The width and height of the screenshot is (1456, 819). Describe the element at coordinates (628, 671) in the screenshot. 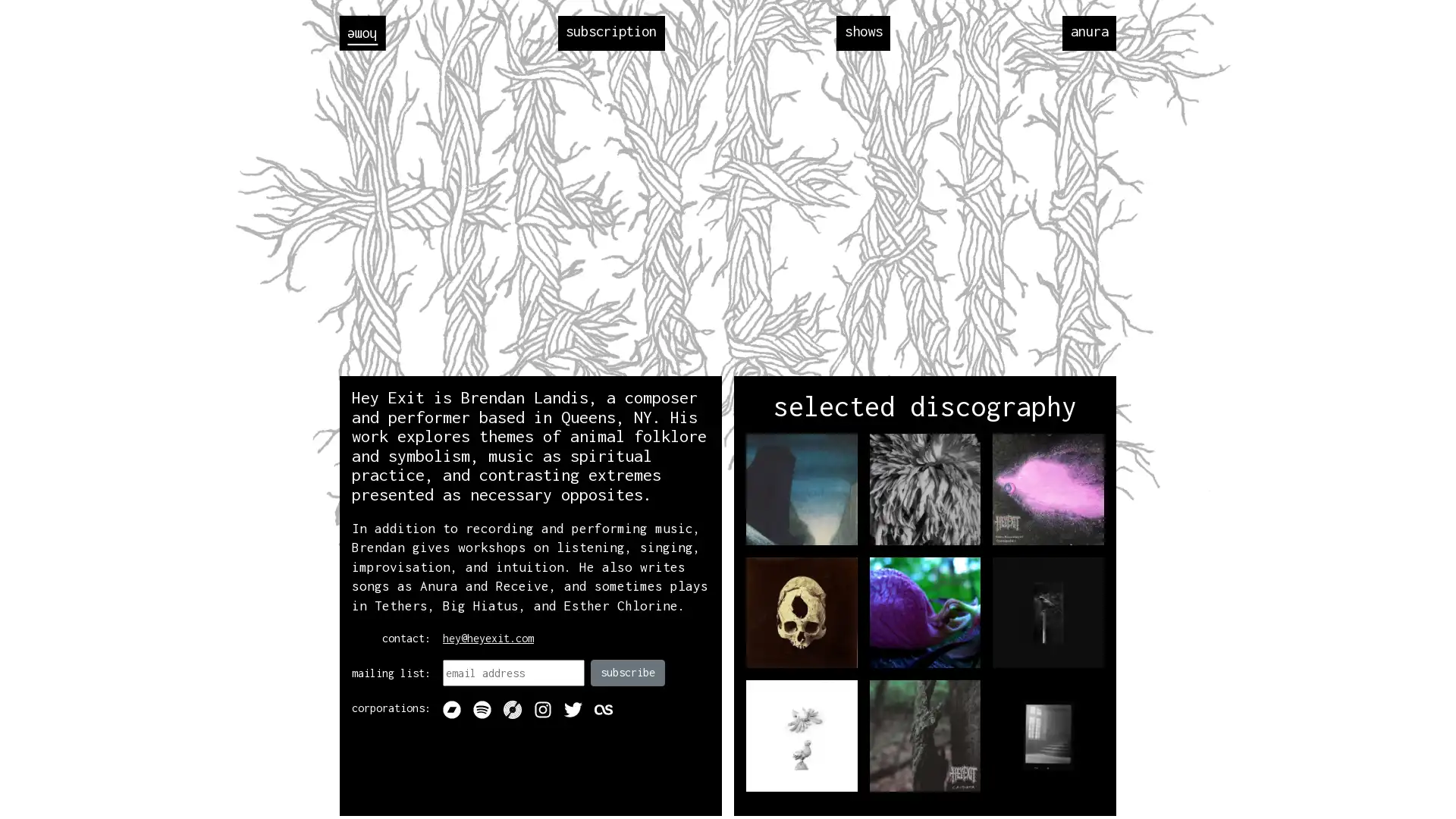

I see `subscribe` at that location.